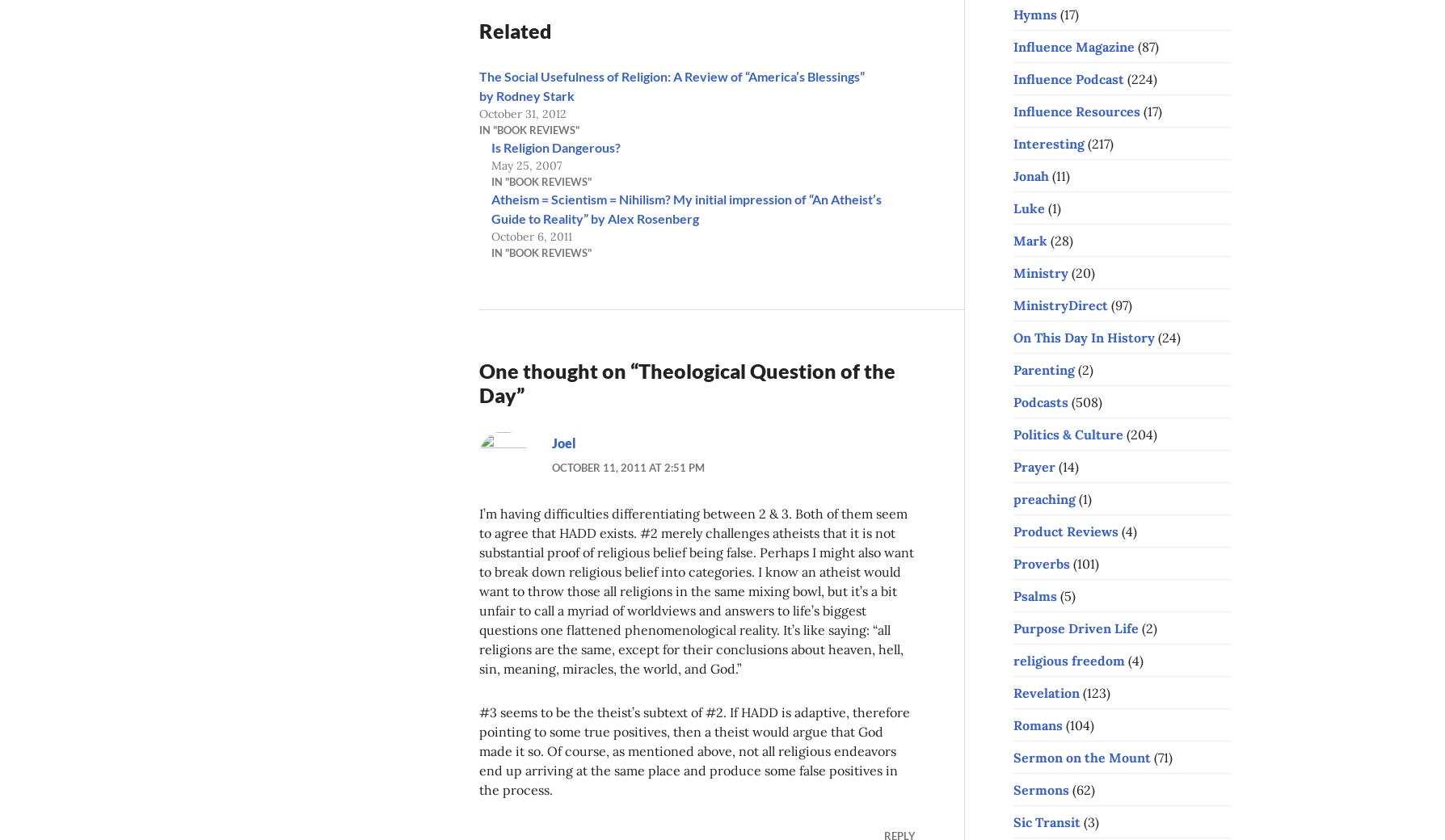 Image resolution: width=1445 pixels, height=840 pixels. Describe the element at coordinates (1040, 788) in the screenshot. I see `'Sermons'` at that location.